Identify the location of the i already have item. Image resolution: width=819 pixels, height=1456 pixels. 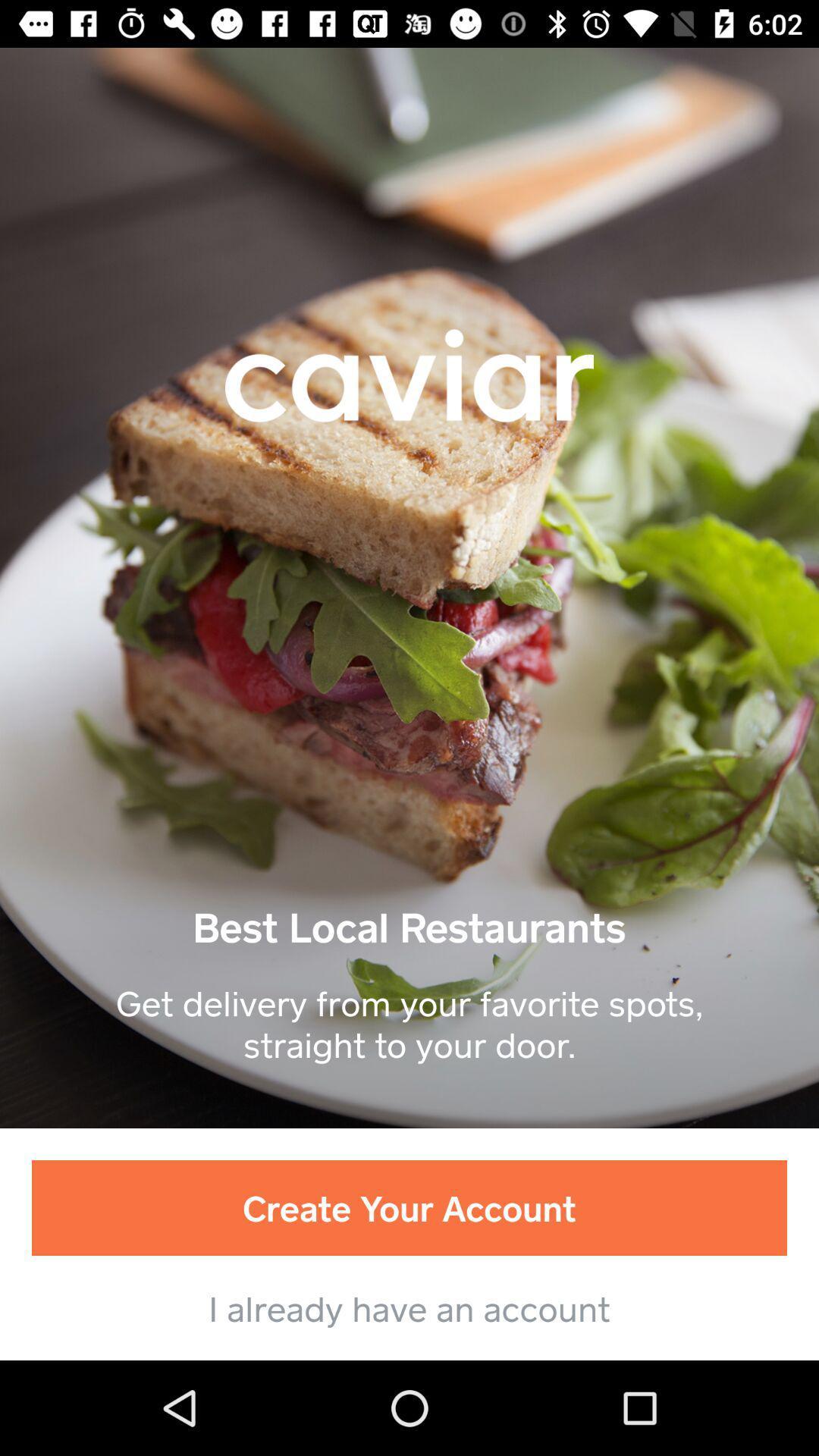
(409, 1307).